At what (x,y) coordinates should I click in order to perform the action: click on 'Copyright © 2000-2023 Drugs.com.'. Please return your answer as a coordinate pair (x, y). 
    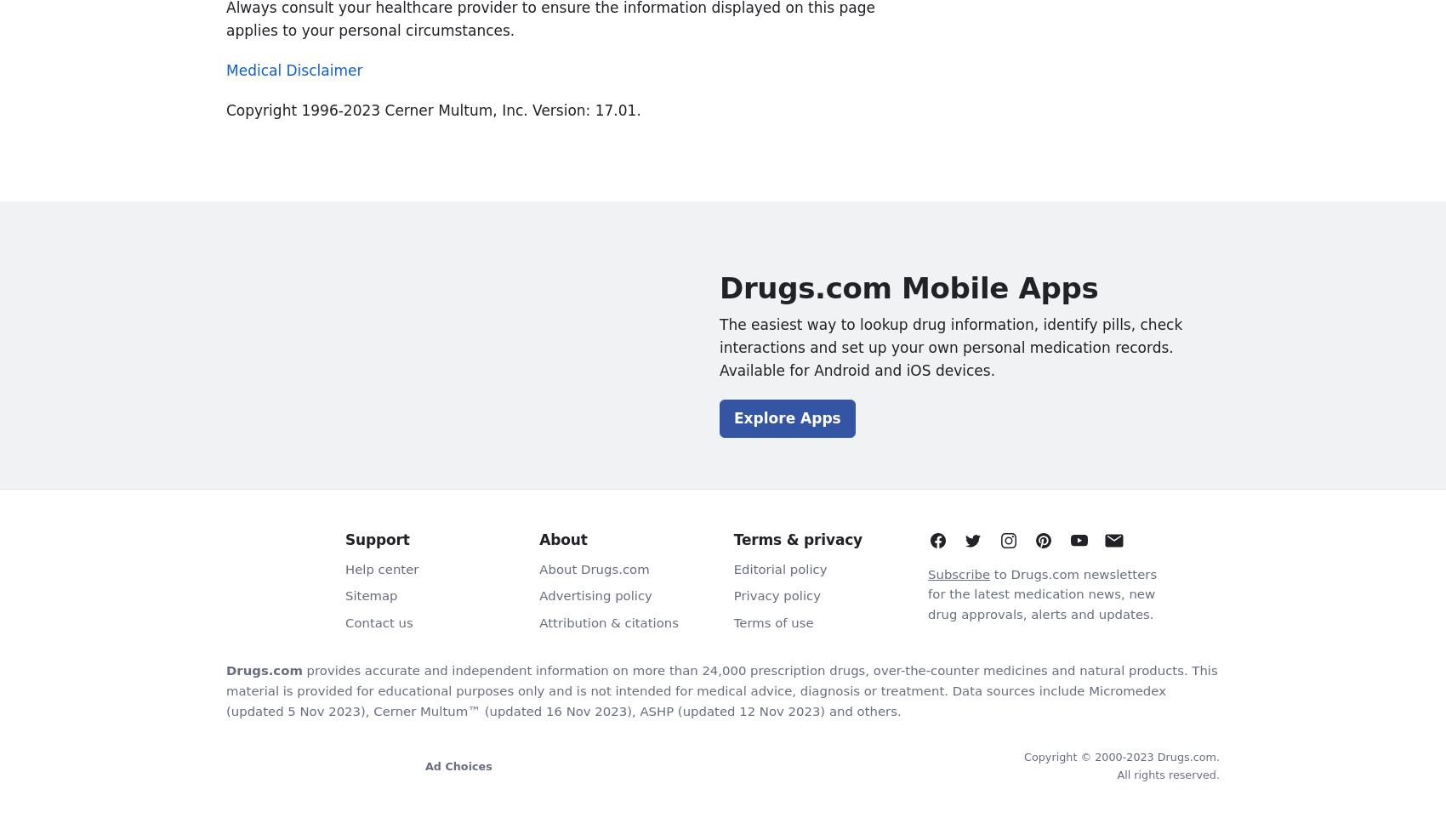
    Looking at the image, I should click on (1122, 756).